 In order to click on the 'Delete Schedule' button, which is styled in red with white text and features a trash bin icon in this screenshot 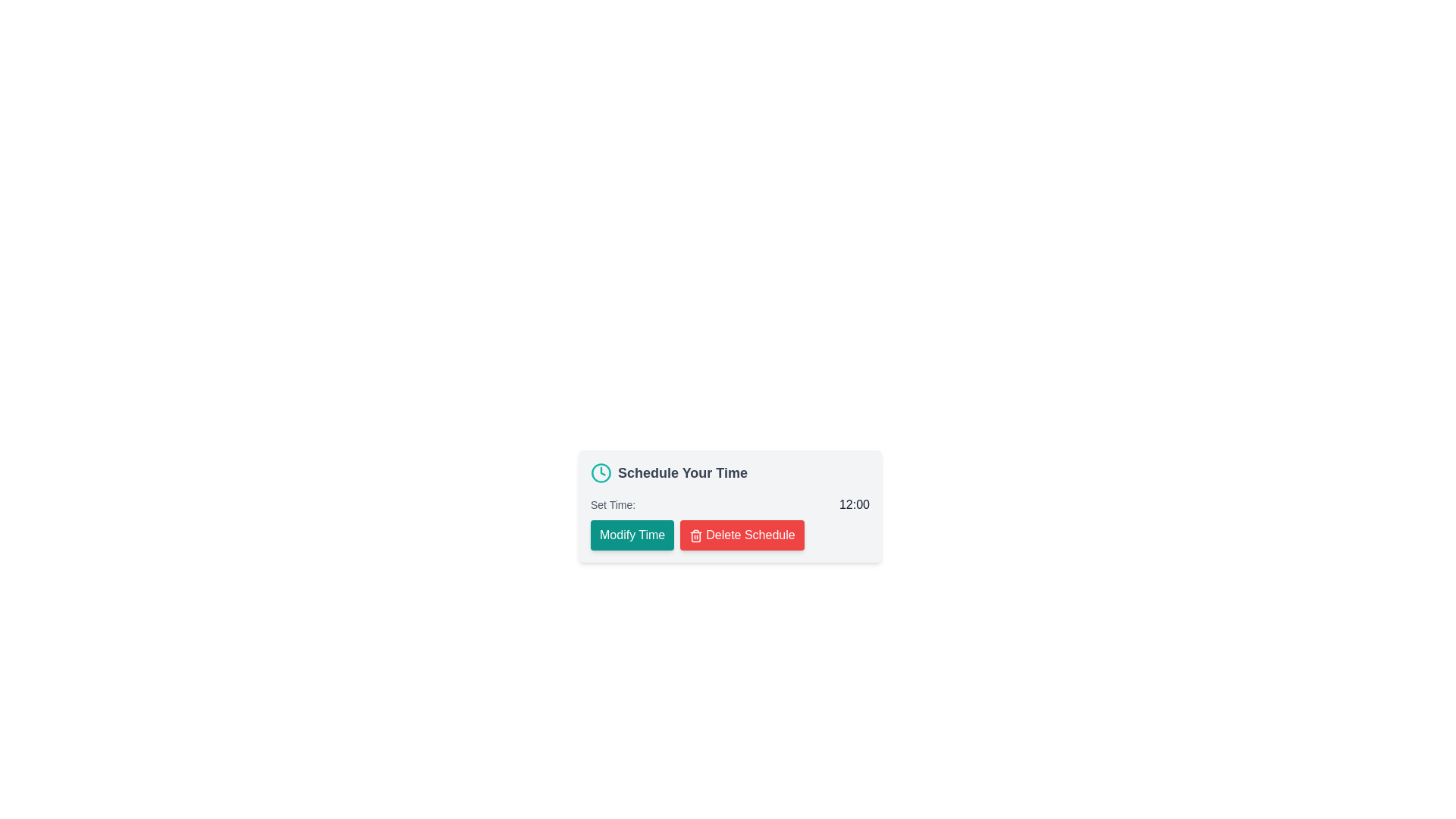, I will do `click(730, 534)`.